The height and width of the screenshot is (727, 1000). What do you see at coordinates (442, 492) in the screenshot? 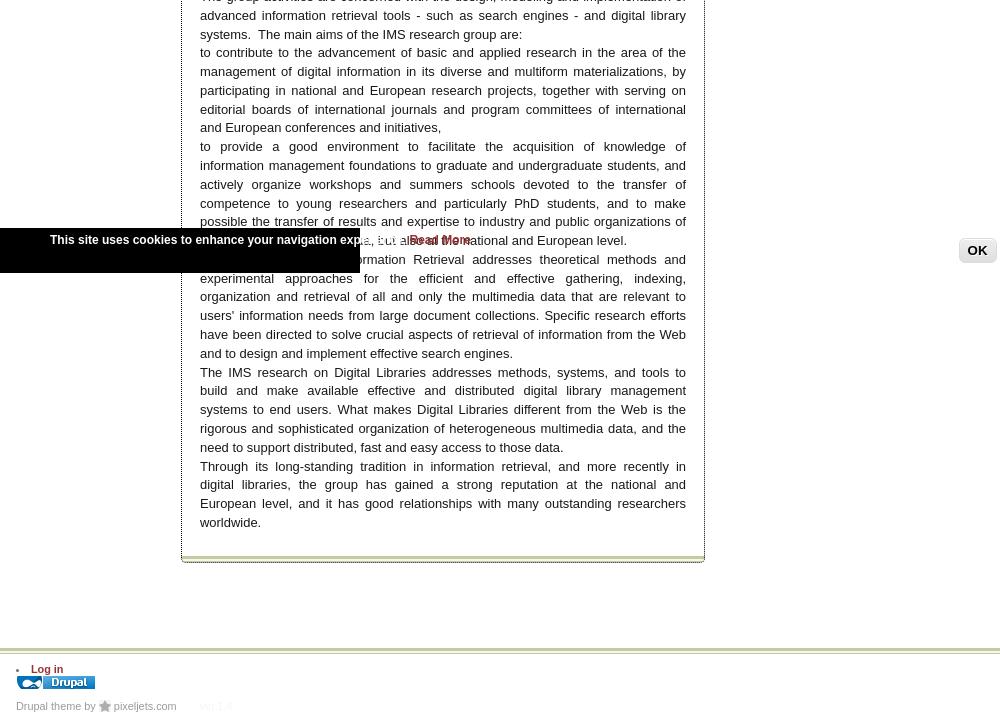
I see `'Through its long-standing tradition in information retrieval, and more recently in digital libraries, the group has gained a strong reputation at the national and European level, and it has good relationships with many outstanding researchers worldwide.'` at bounding box center [442, 492].